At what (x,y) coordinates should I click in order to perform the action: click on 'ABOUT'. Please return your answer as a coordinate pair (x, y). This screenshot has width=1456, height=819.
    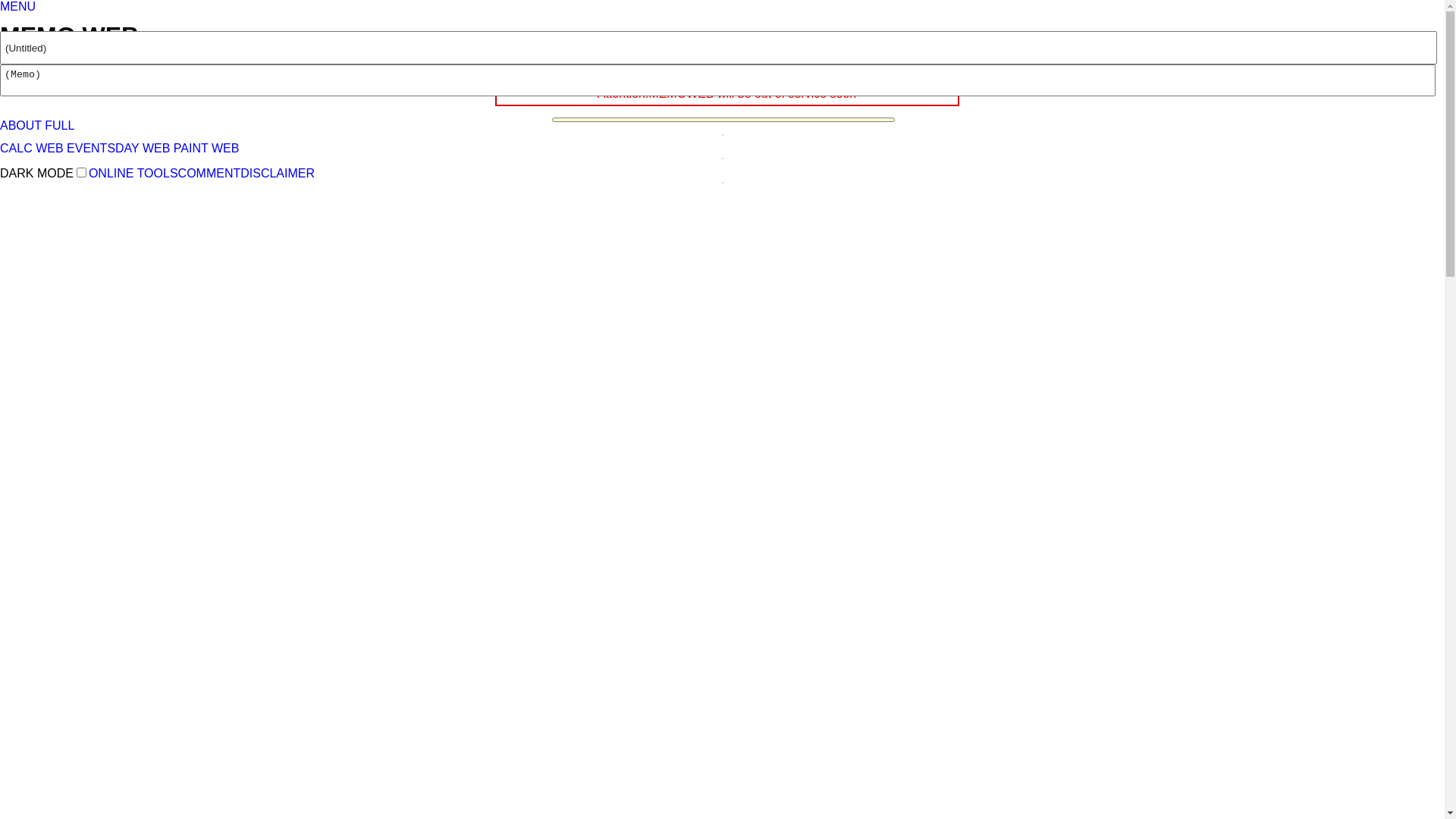
    Looking at the image, I should click on (20, 124).